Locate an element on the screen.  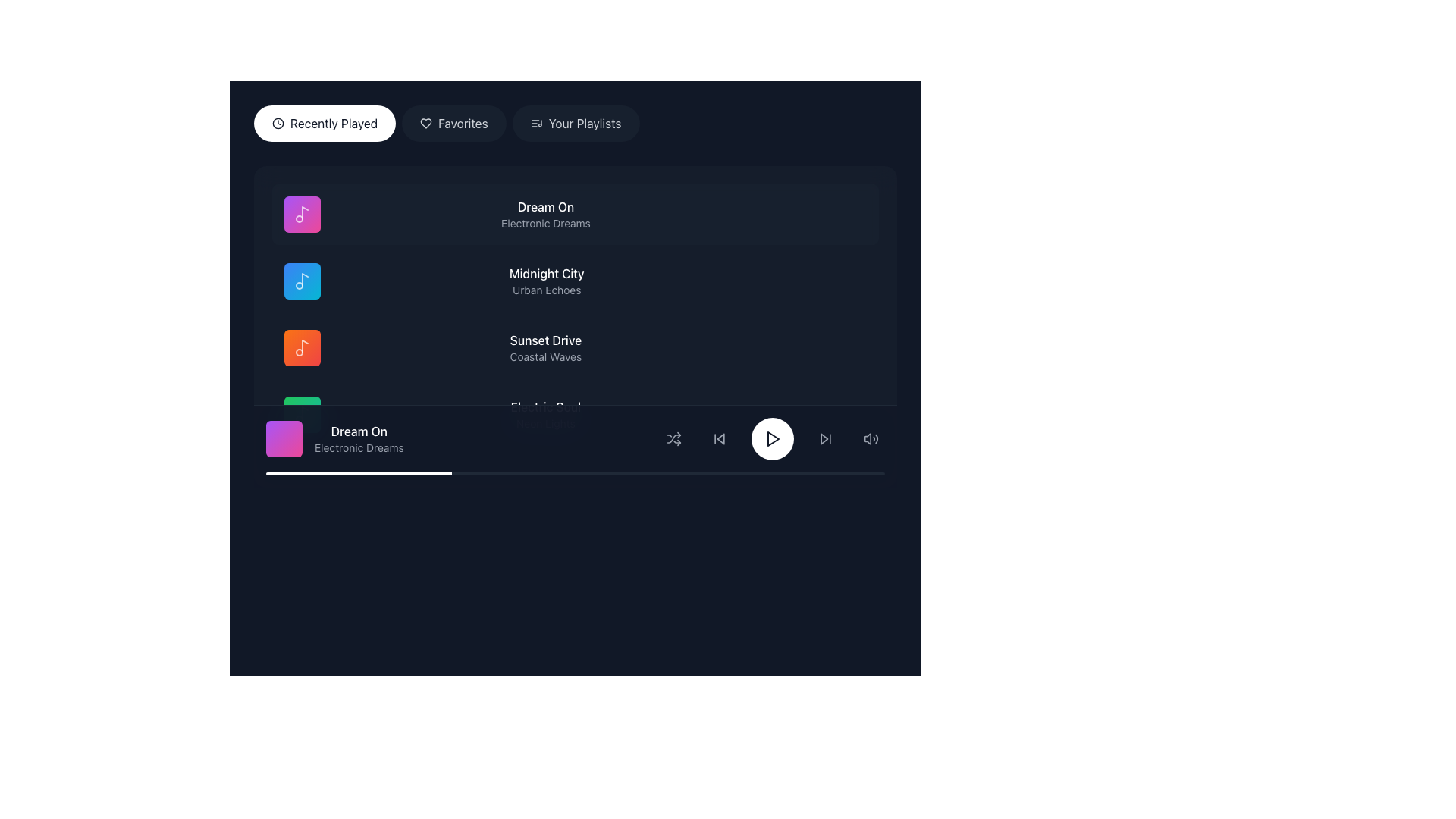
the icon, which is the third in a vertical list representing a specific song or category is located at coordinates (302, 348).